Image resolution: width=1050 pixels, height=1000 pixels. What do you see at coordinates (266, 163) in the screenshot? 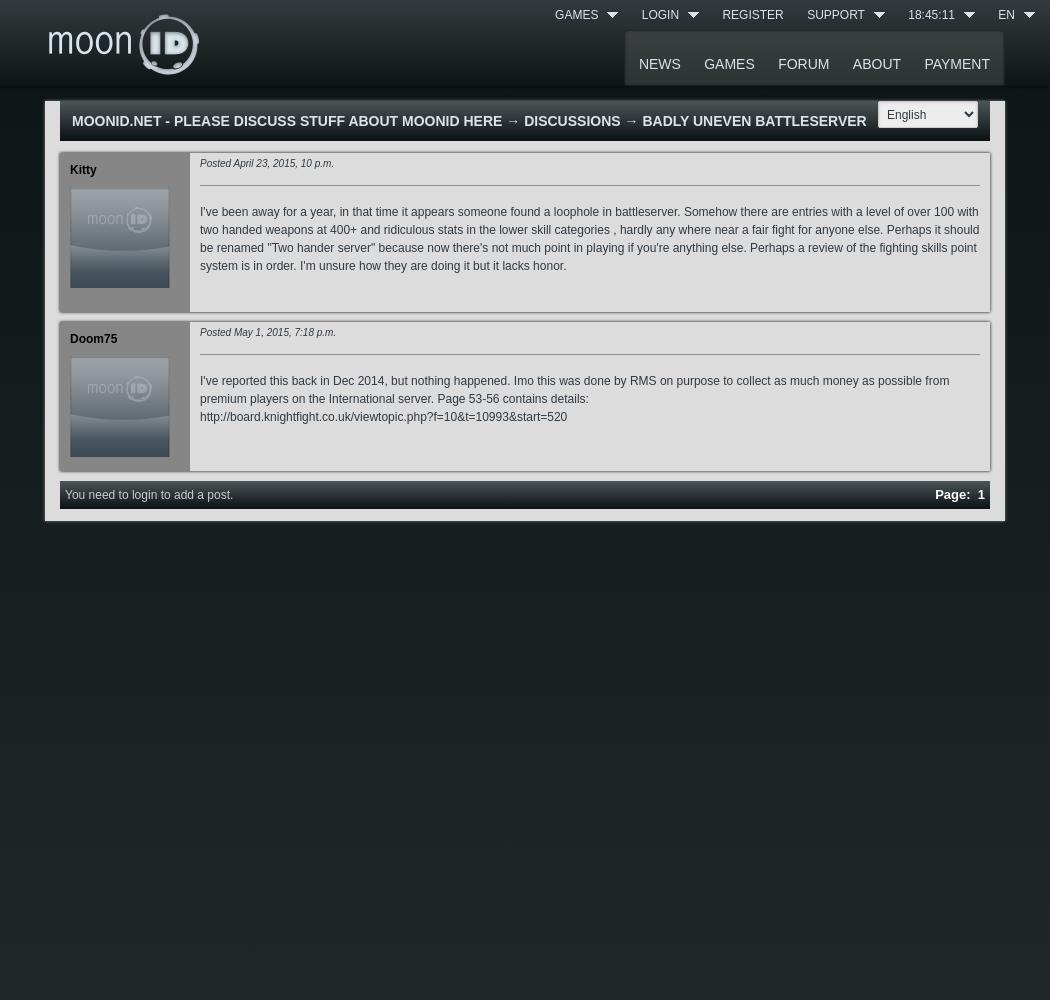
I see `'Posted April 23, 2015, 10 p.m.'` at bounding box center [266, 163].